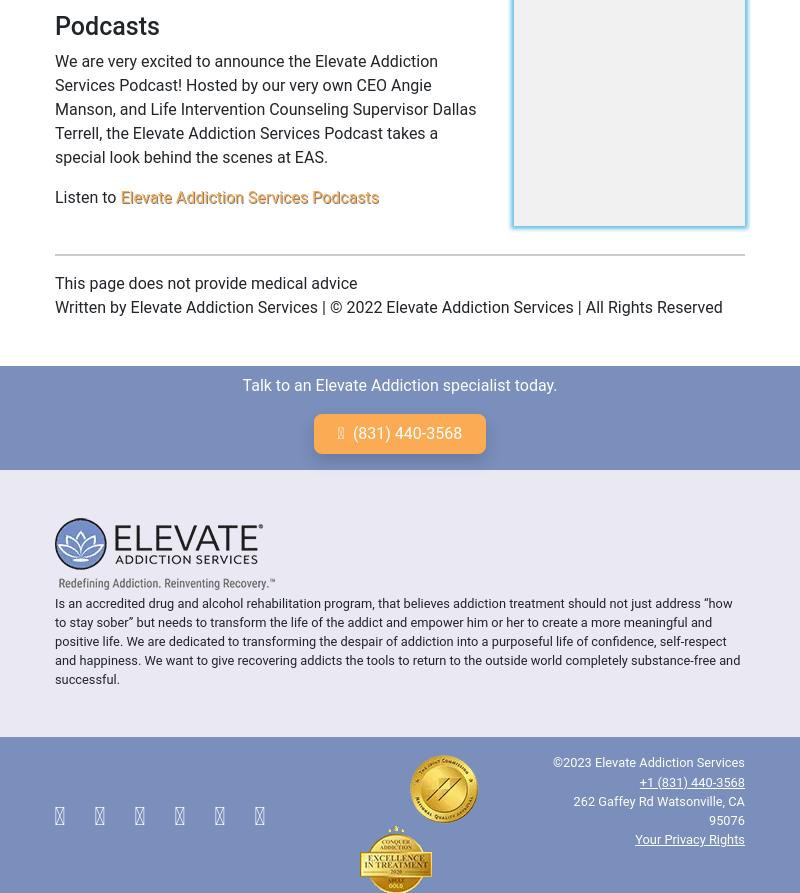 The height and width of the screenshot is (893, 800). Describe the element at coordinates (398, 384) in the screenshot. I see `'Talk to an Elevate Addiction specialist today.'` at that location.